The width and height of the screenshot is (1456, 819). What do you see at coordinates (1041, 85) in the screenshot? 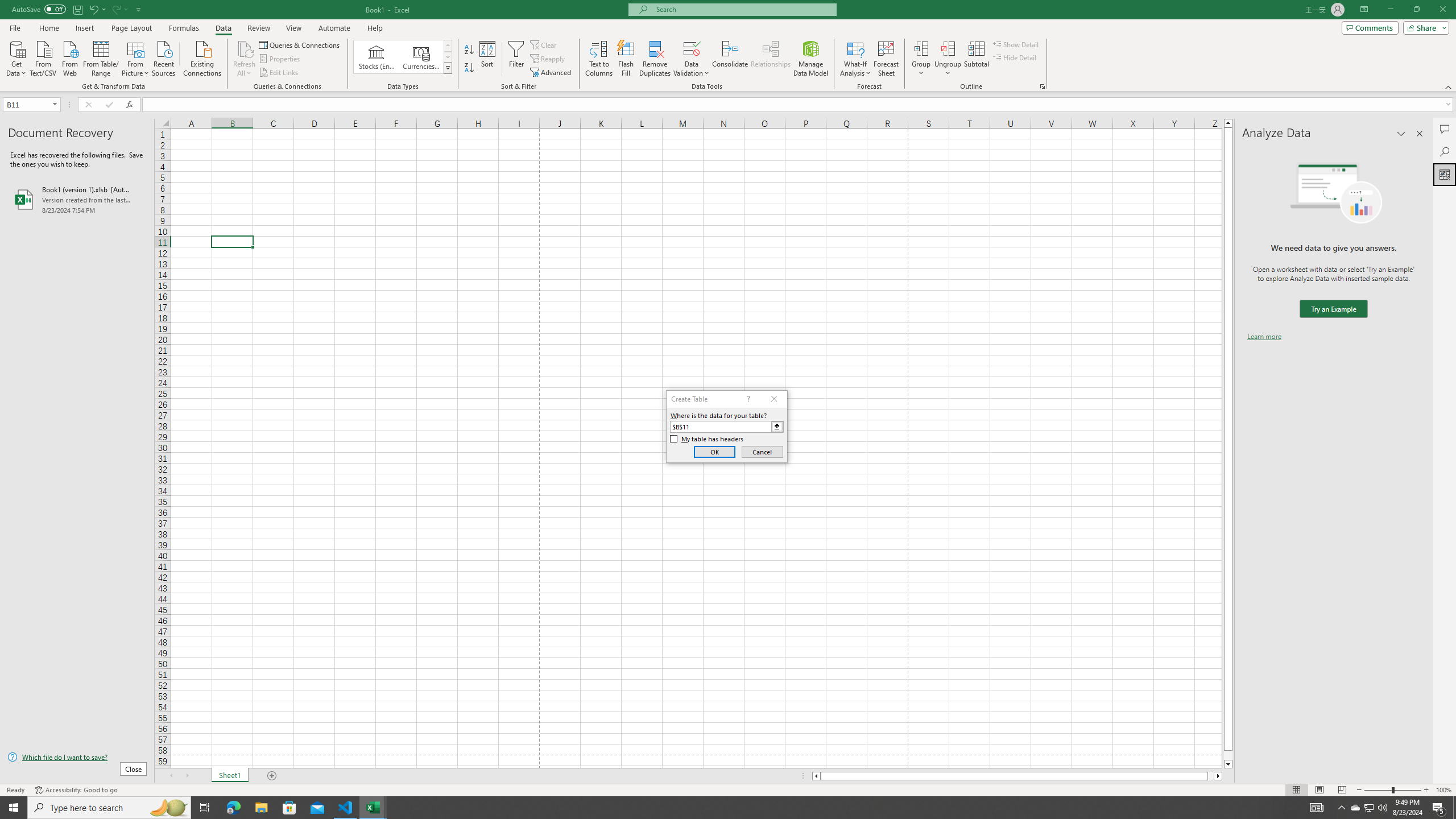
I see `'Group and Outline Settings'` at bounding box center [1041, 85].